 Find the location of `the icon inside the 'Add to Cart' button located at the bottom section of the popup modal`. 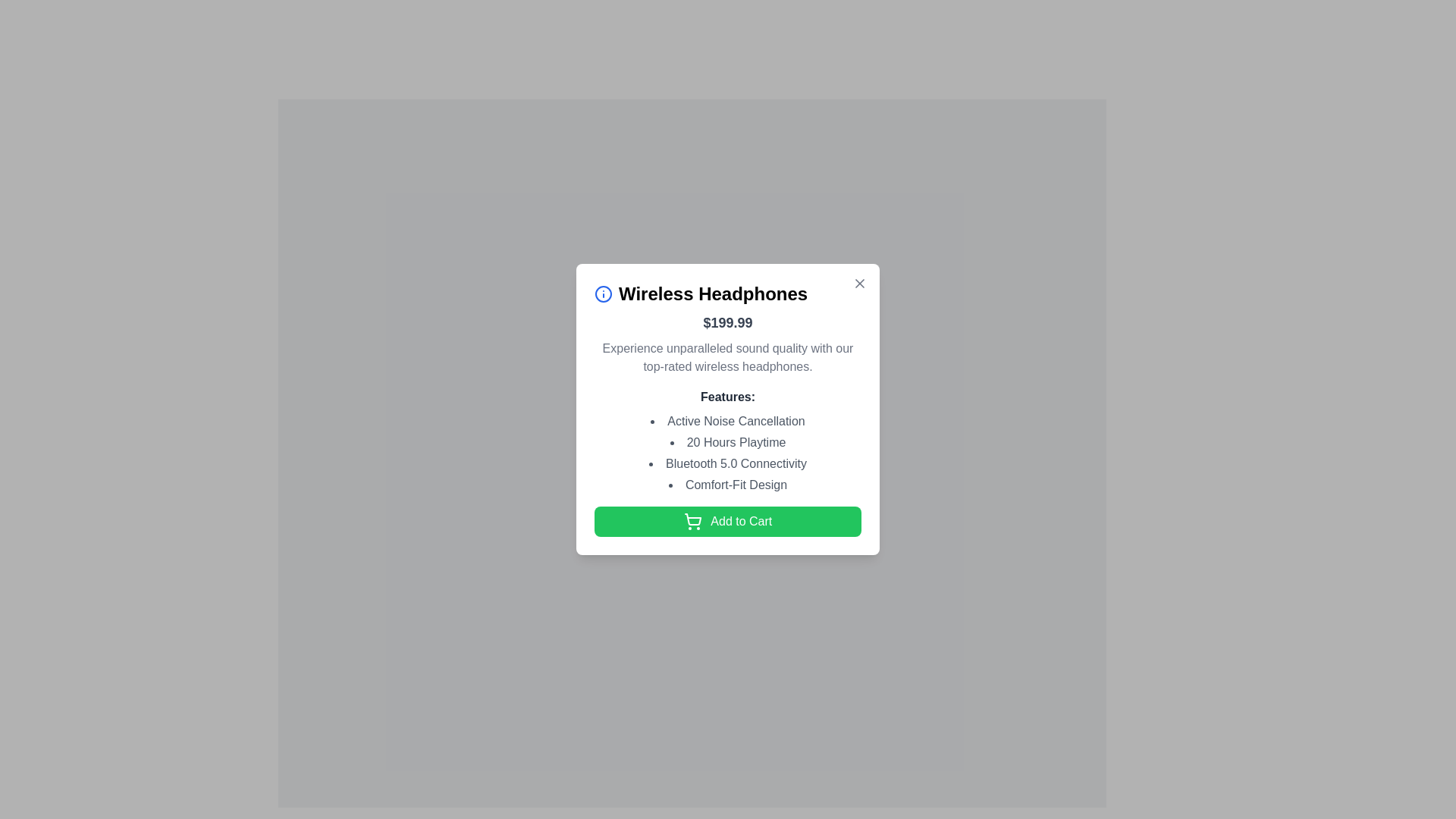

the icon inside the 'Add to Cart' button located at the bottom section of the popup modal is located at coordinates (692, 521).